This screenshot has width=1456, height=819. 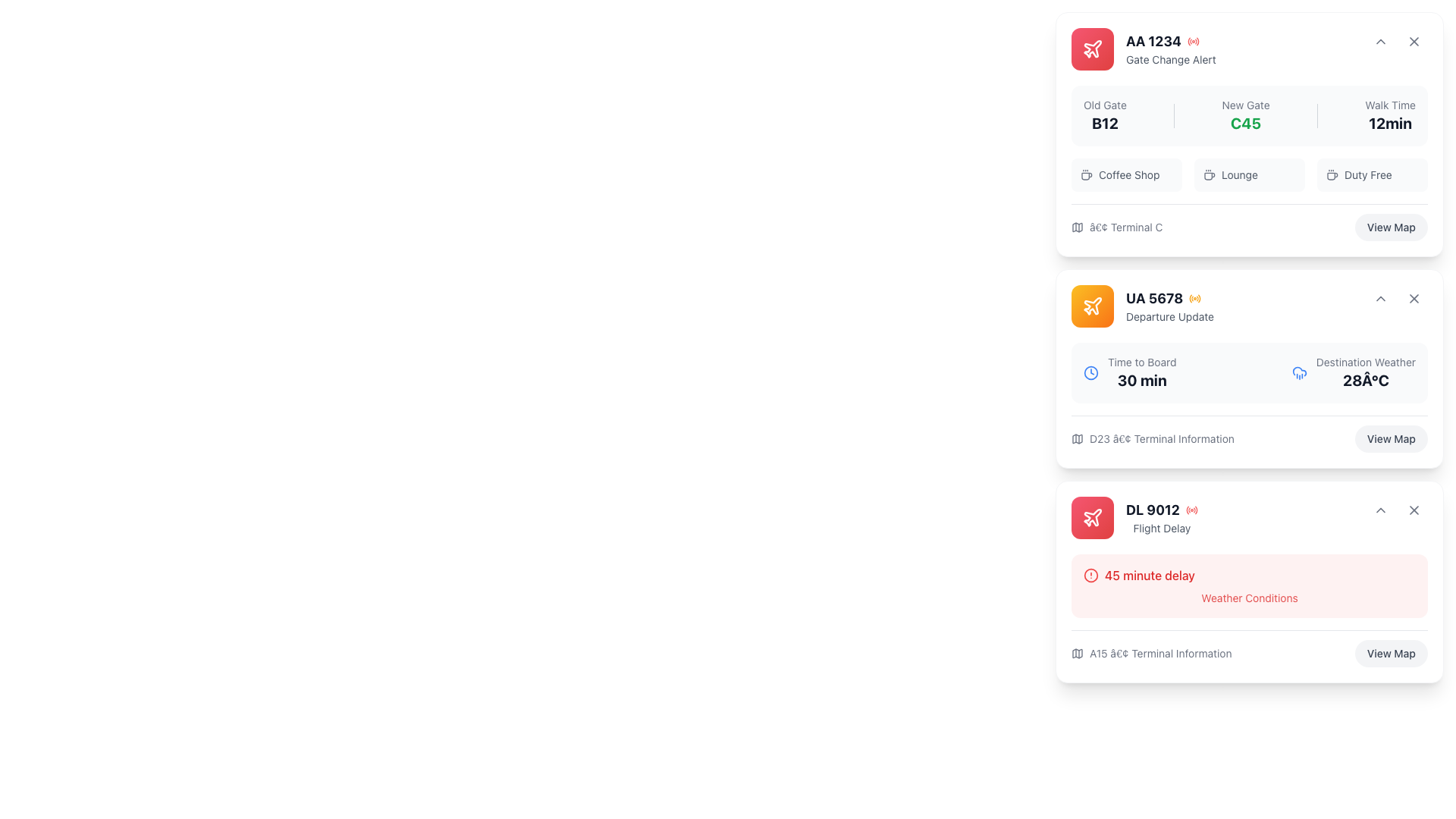 I want to click on the text element displaying 'A15 â€¢ Terminal Information', which is styled in gray and located to the right of a map icon in the lower section of the third information card, so click(x=1159, y=652).